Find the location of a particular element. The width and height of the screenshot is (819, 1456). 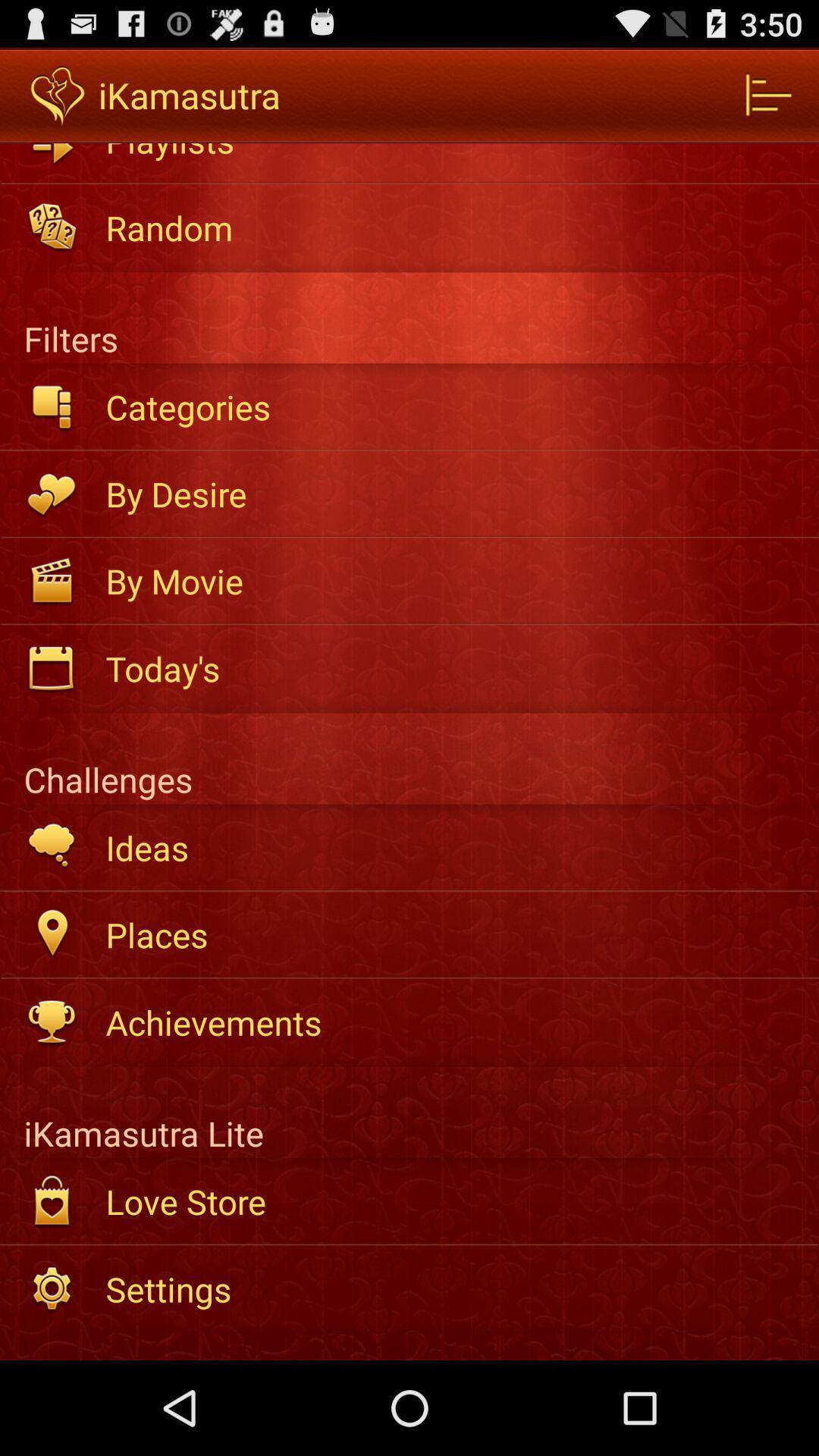

ideas icon is located at coordinates (451, 846).